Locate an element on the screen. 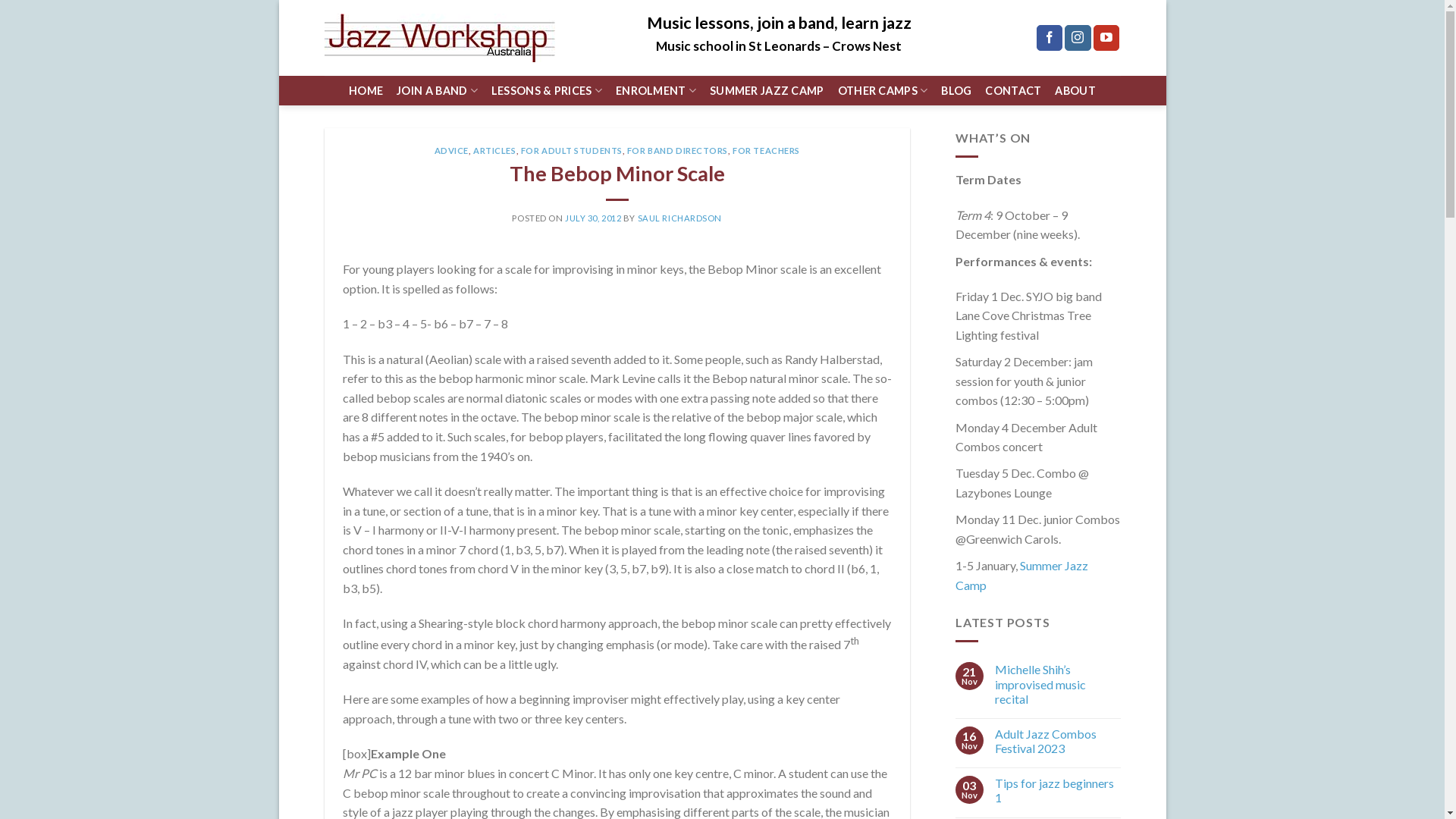 Image resolution: width=1456 pixels, height=819 pixels. 'ABOUT' is located at coordinates (1074, 90).